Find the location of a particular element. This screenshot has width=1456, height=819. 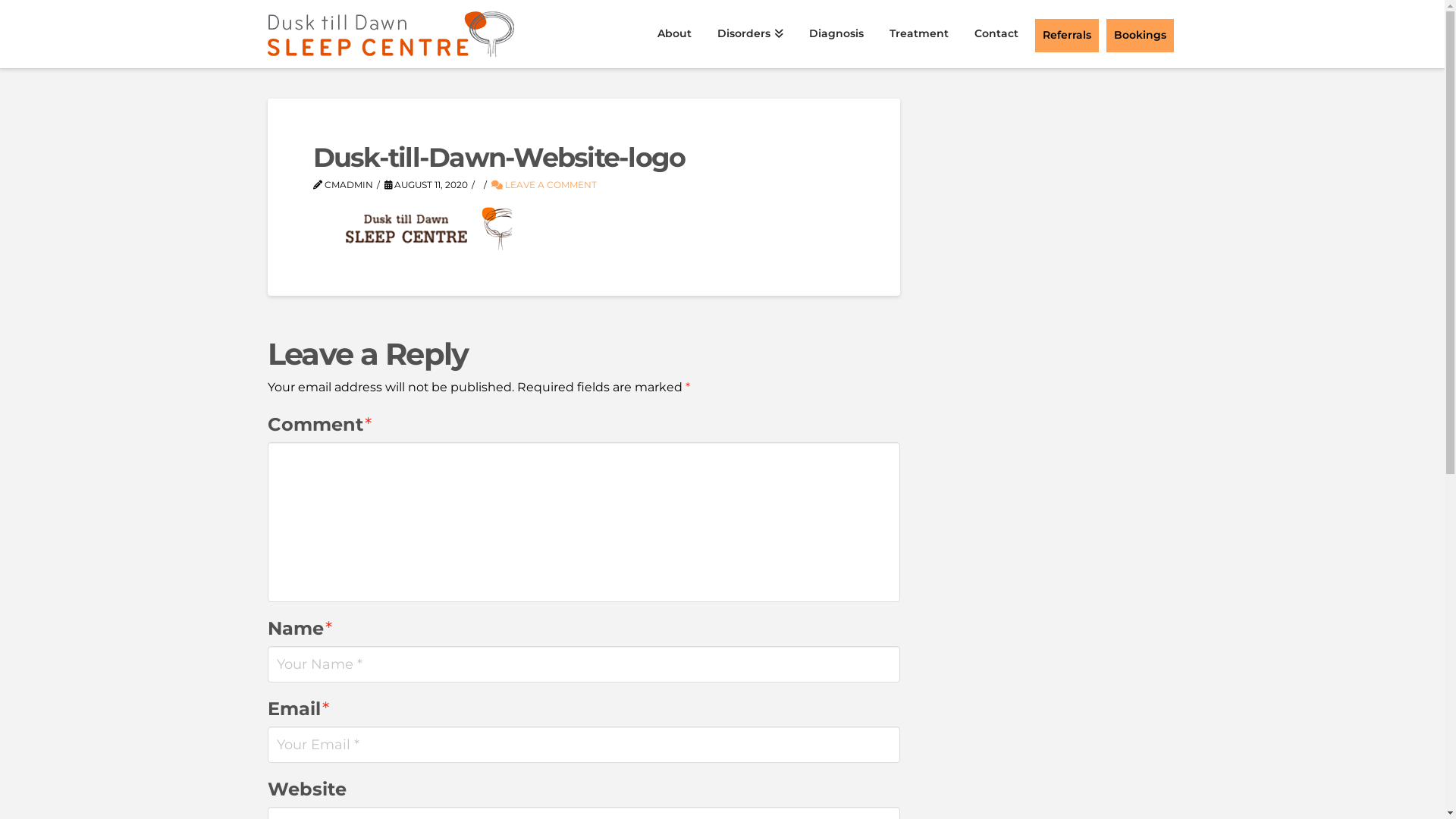

'Bookings' is located at coordinates (1140, 34).